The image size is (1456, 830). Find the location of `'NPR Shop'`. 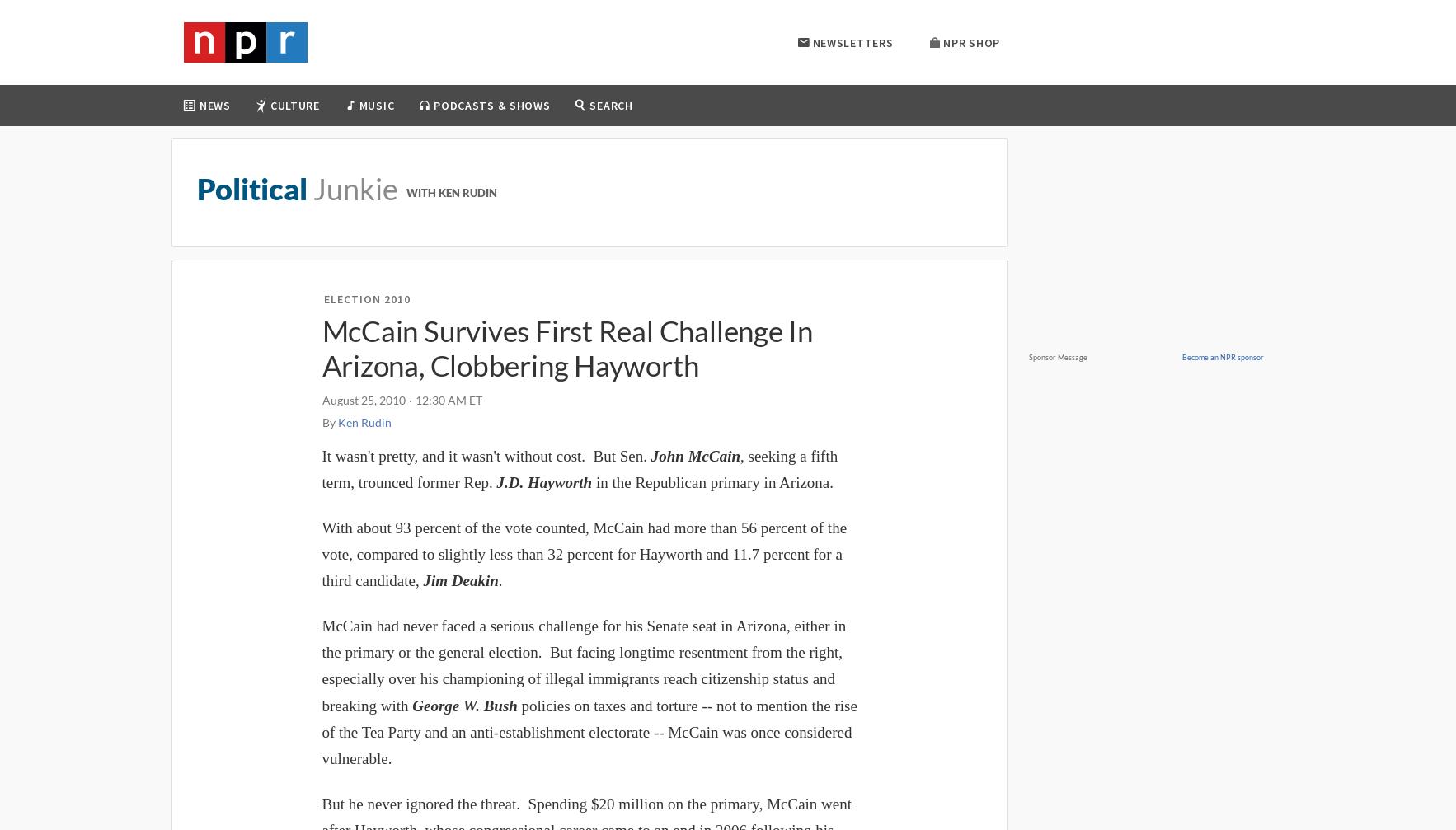

'NPR Shop' is located at coordinates (970, 41).